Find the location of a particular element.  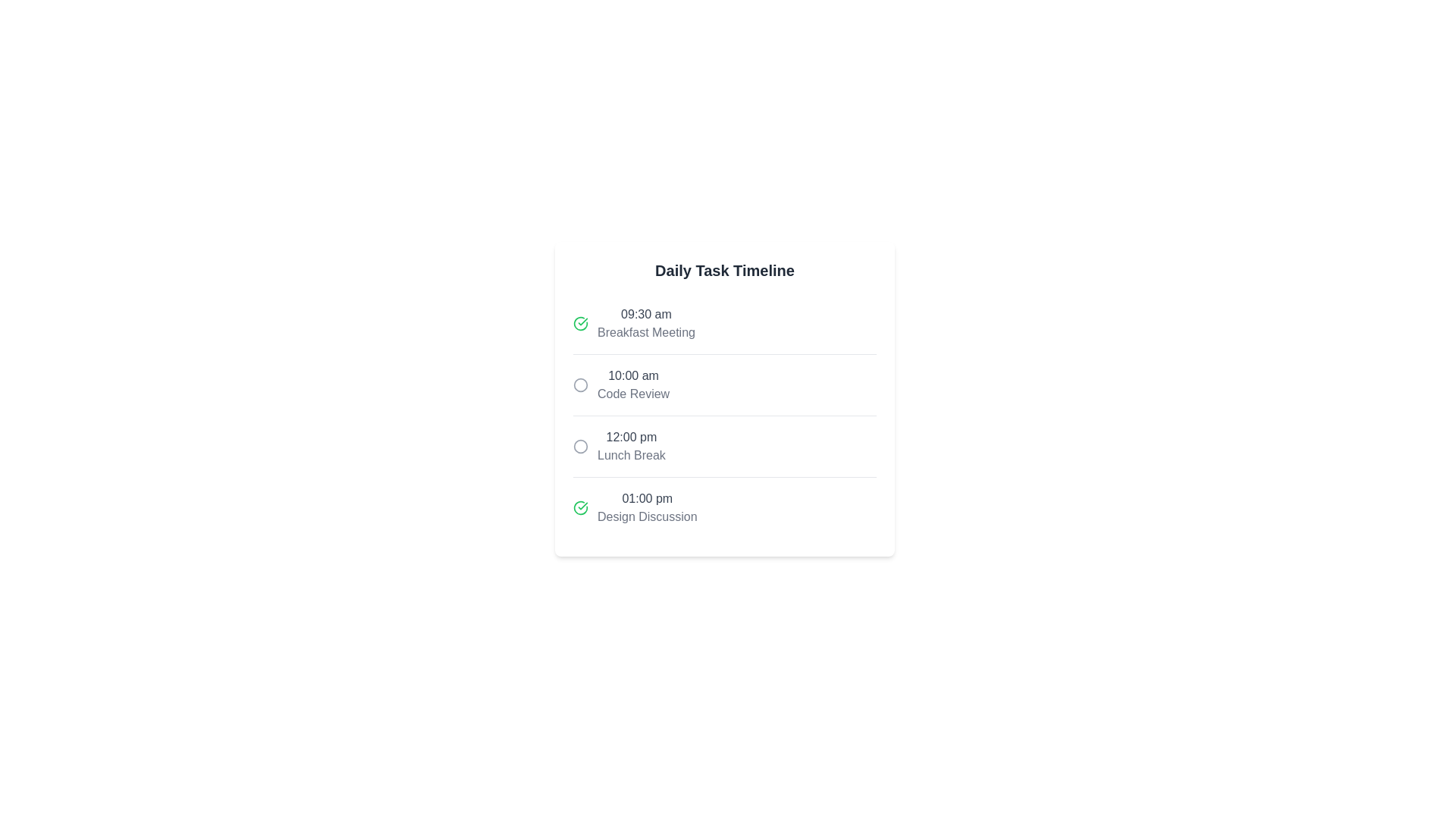

textual information of the scheduled task displayed as '09:30 am' in bold and 'Breakfast Meeting' in lighter grey, located at the top of the Daily Task Timeline is located at coordinates (646, 323).